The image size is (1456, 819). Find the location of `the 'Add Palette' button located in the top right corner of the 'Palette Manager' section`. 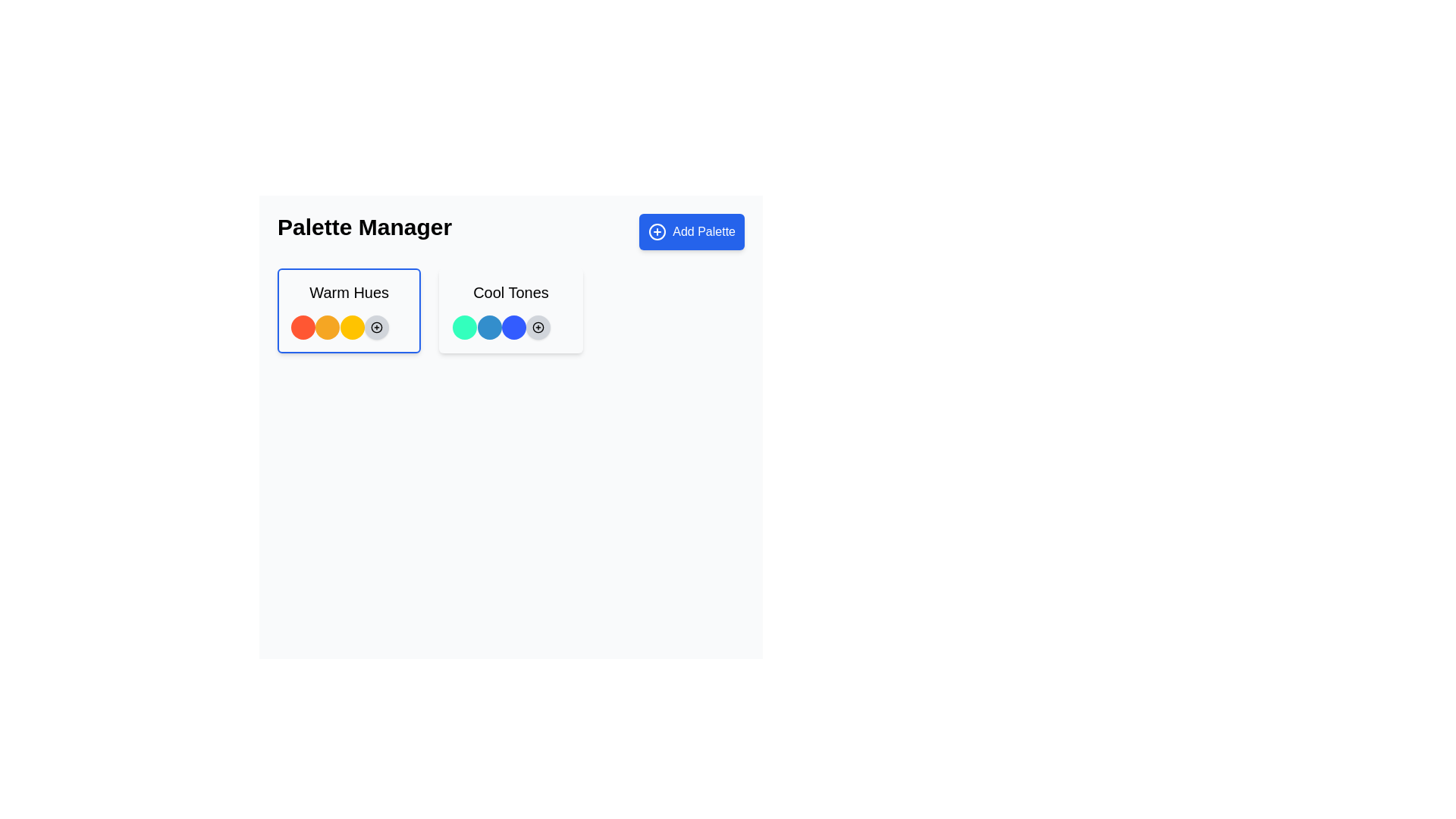

the 'Add Palette' button located in the top right corner of the 'Palette Manager' section is located at coordinates (691, 231).